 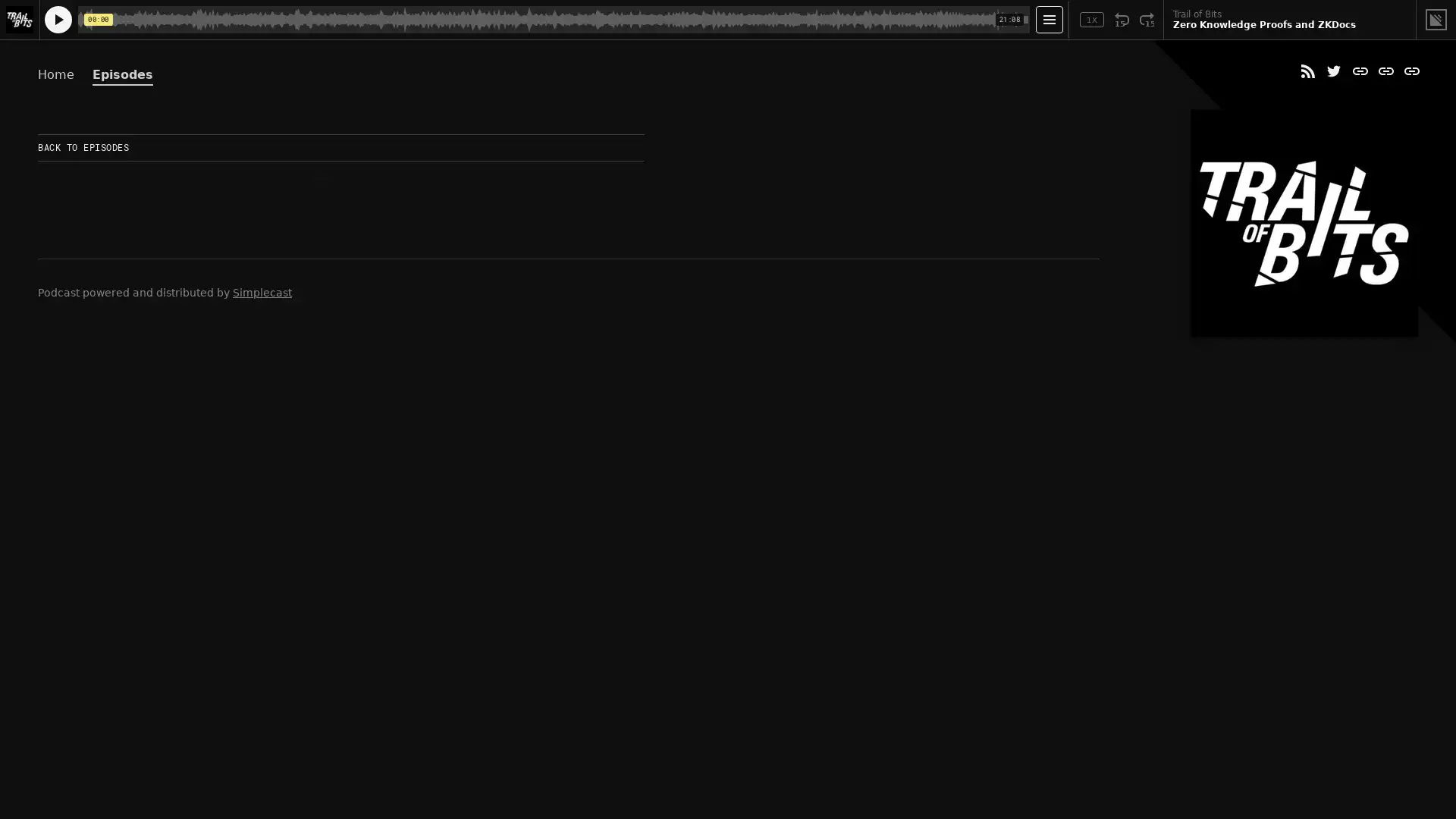 I want to click on Toggle Speed: Current Speed 1x, so click(x=1092, y=20).